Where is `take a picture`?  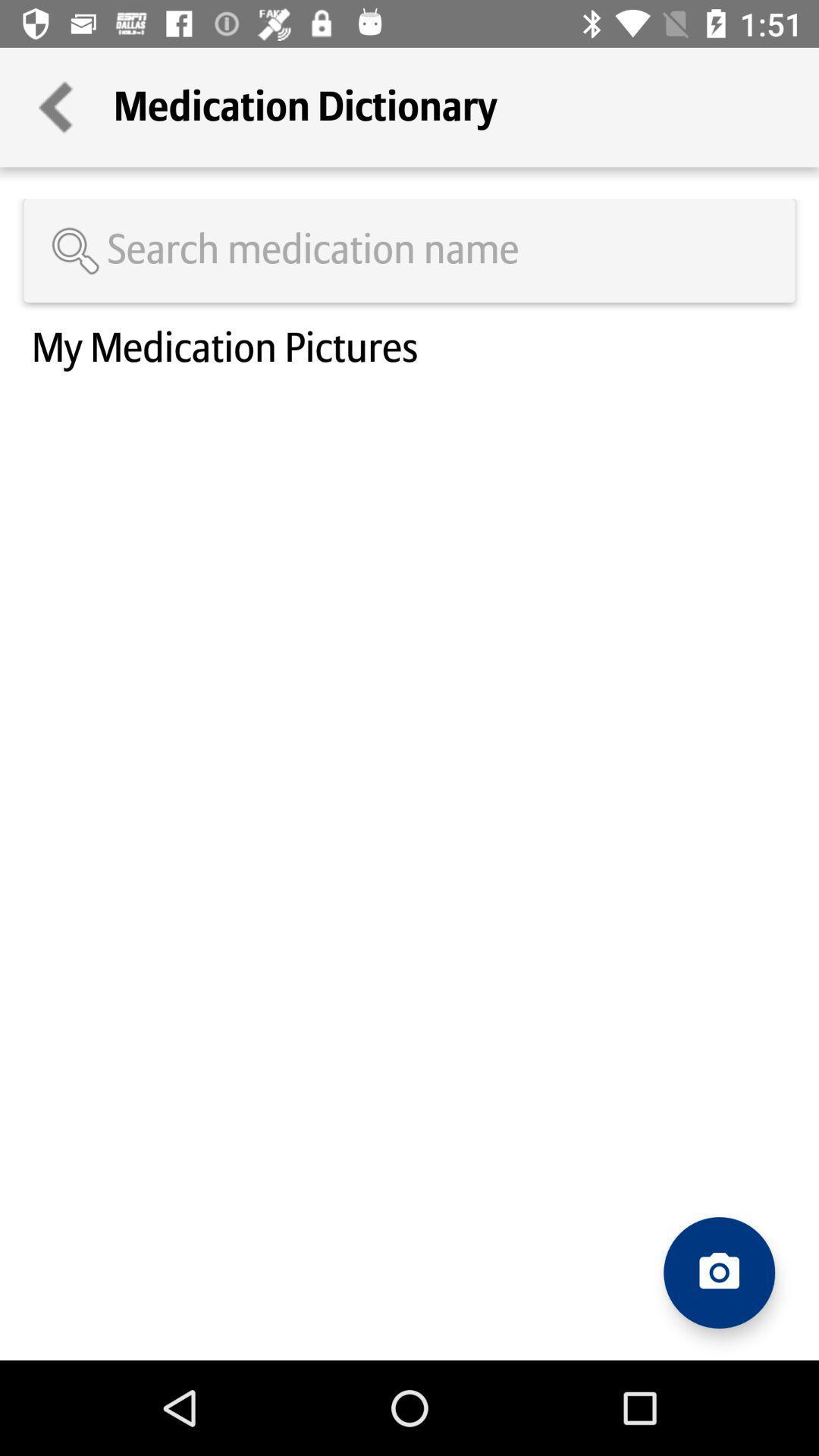
take a picture is located at coordinates (718, 1272).